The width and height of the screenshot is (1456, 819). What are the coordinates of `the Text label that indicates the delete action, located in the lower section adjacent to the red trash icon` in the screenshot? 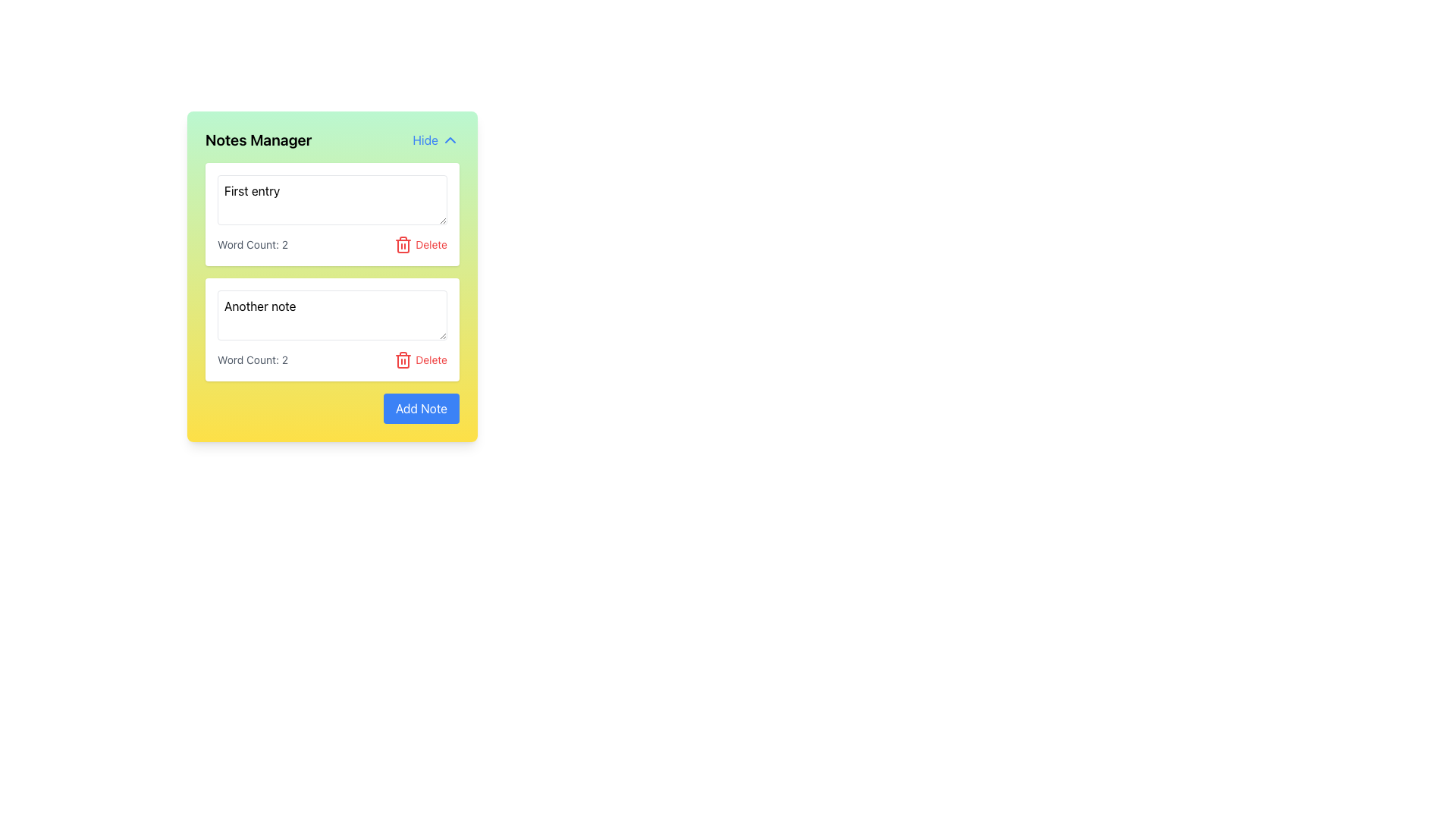 It's located at (431, 359).